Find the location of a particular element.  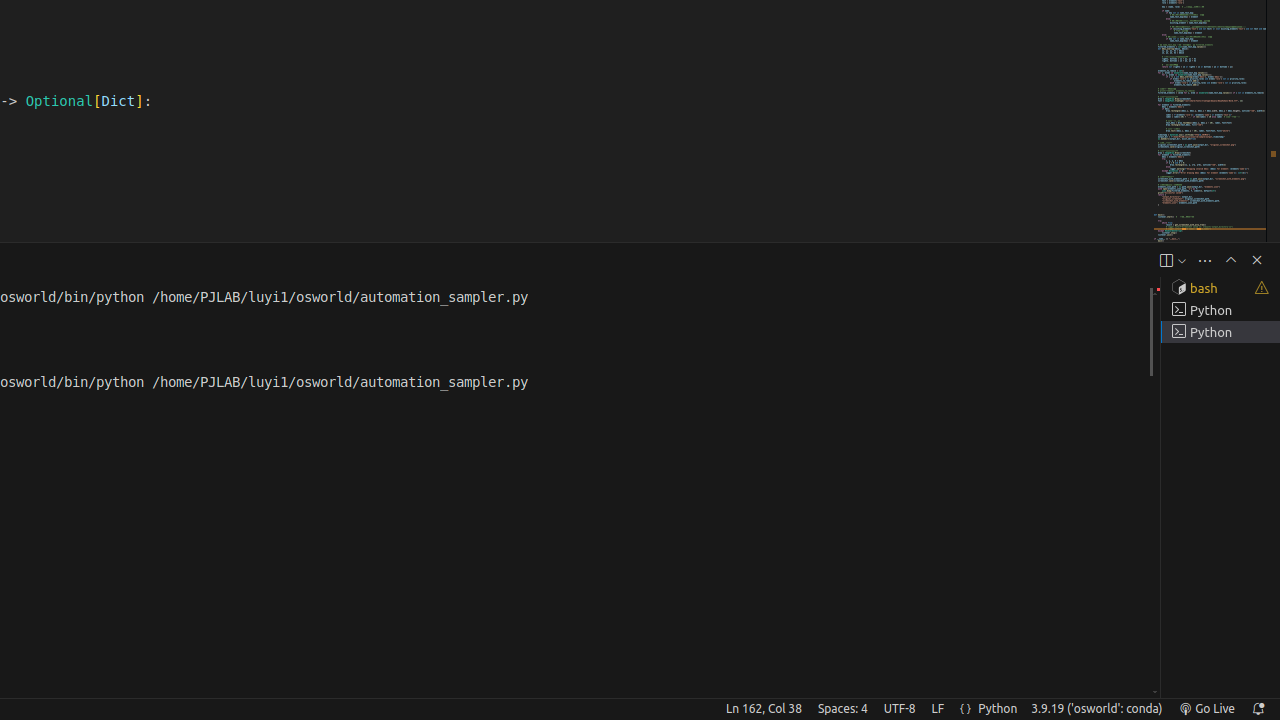

'Ln 162, Col 38' is located at coordinates (763, 707).